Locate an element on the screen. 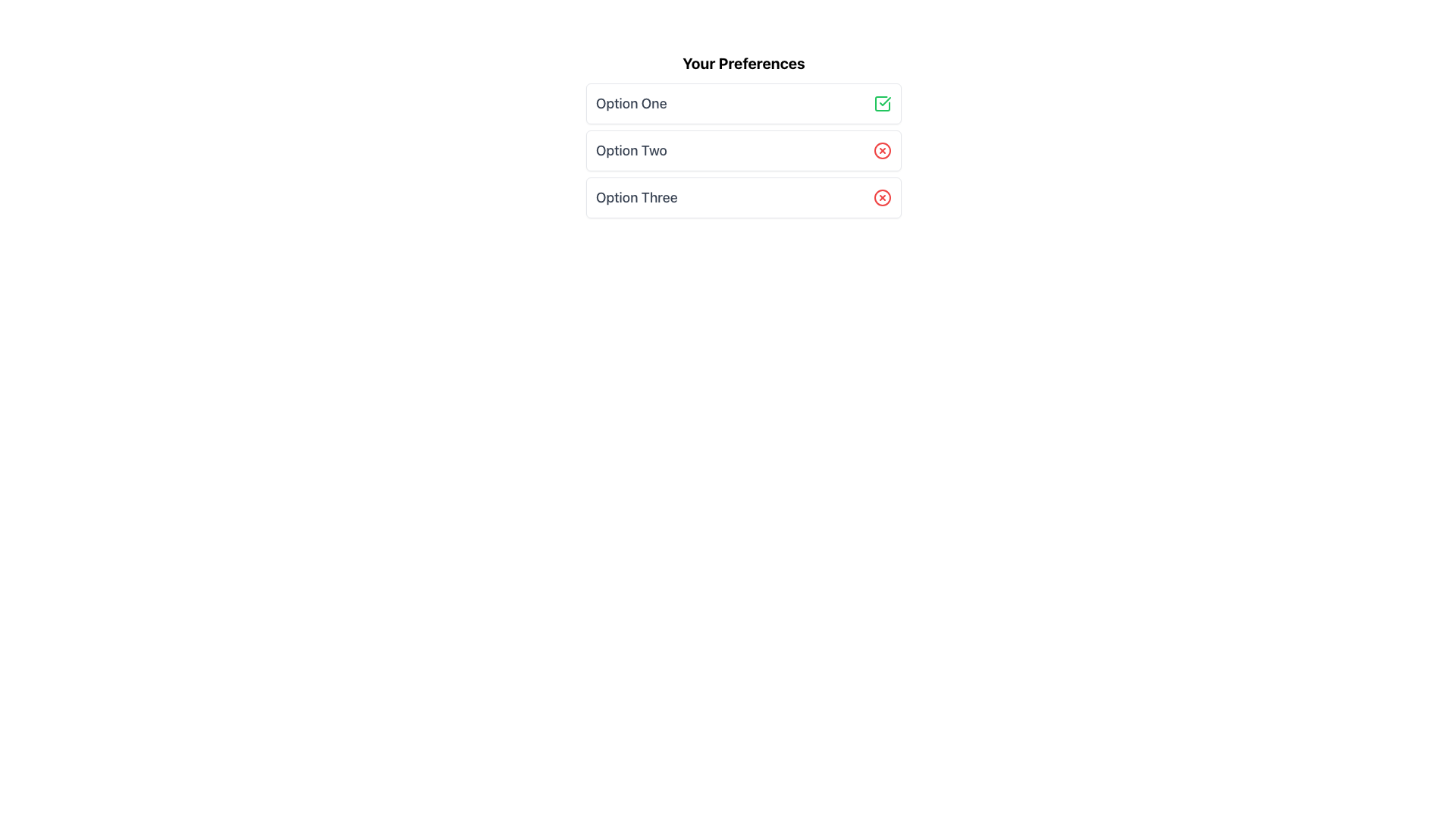 Image resolution: width=1456 pixels, height=819 pixels. the text label displaying 'Option Three', which is styled with a medium gray font and positioned in a list of options under 'Your Preferences' is located at coordinates (636, 196).